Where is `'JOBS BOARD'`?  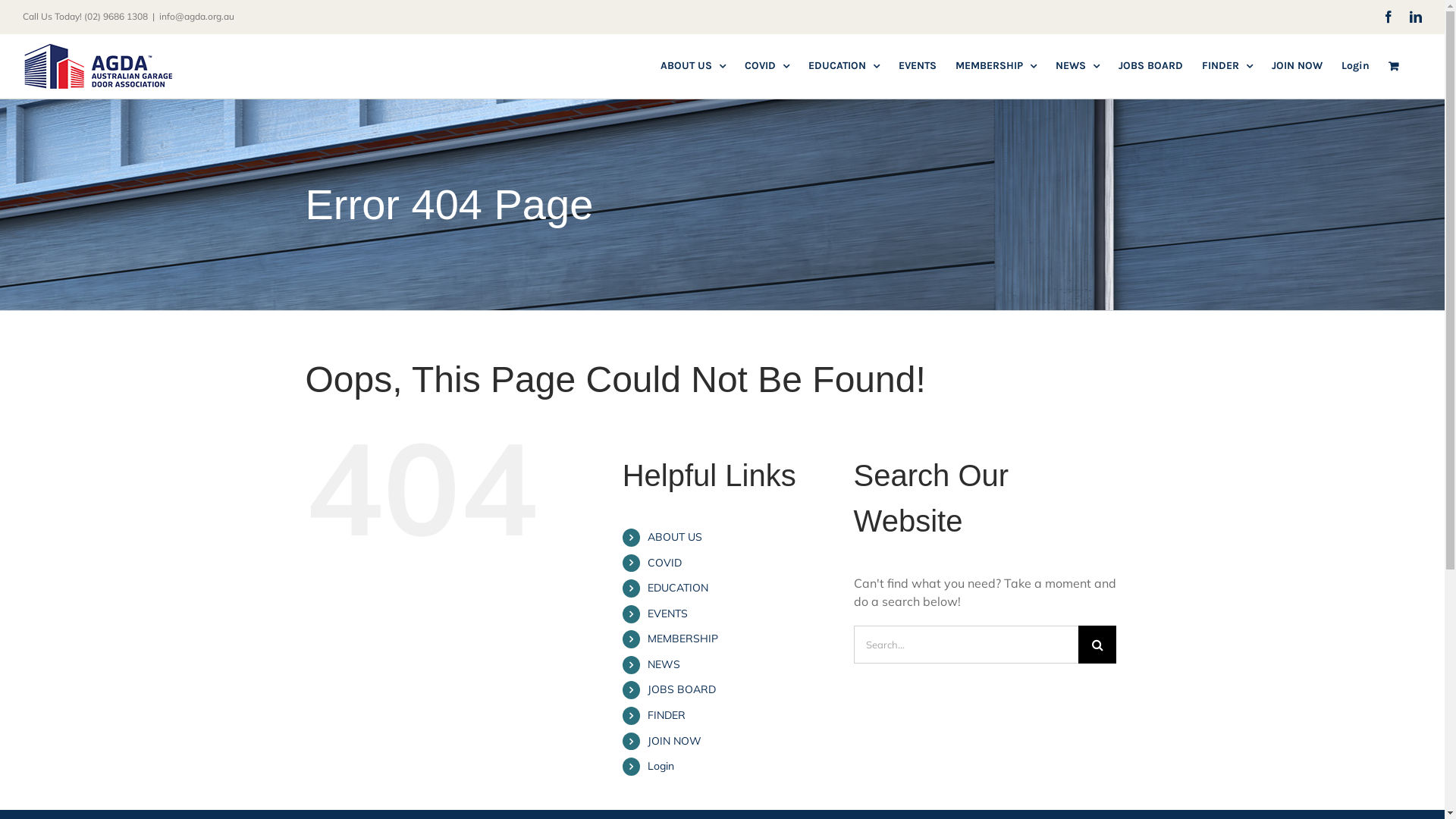
'JOBS BOARD' is located at coordinates (1150, 65).